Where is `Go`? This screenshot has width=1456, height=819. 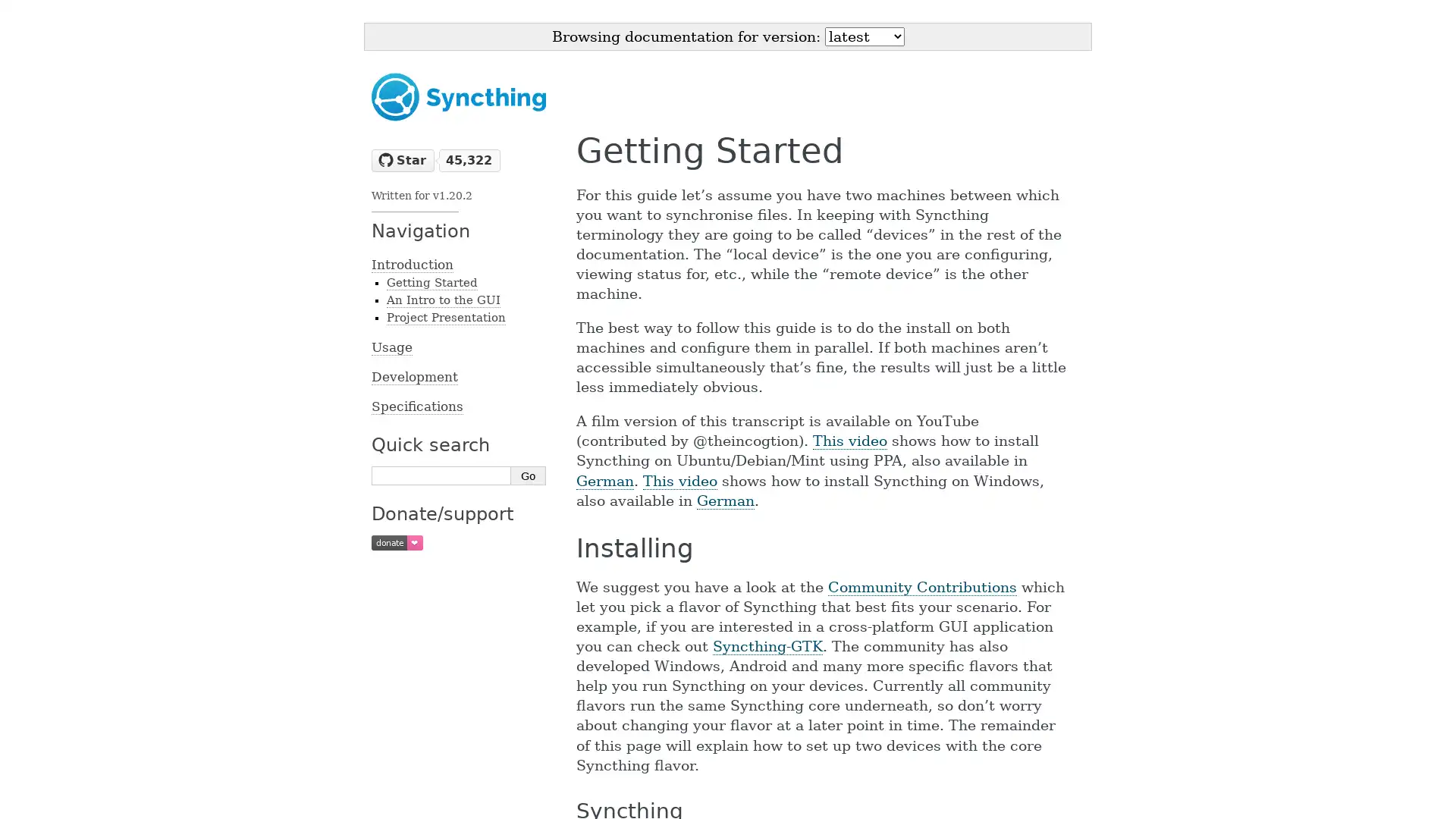 Go is located at coordinates (528, 475).